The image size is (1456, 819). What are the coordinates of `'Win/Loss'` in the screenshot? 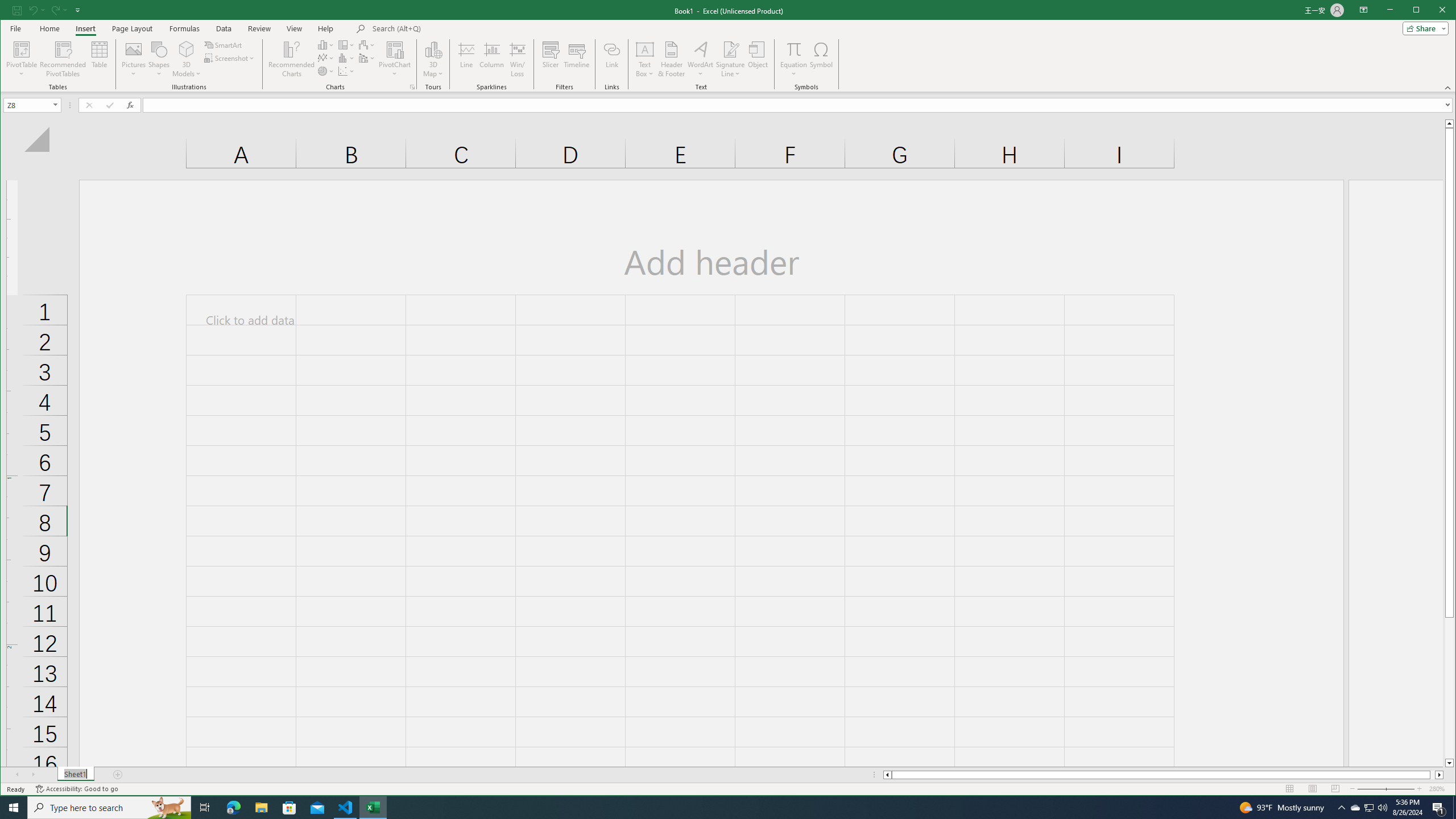 It's located at (517, 59).